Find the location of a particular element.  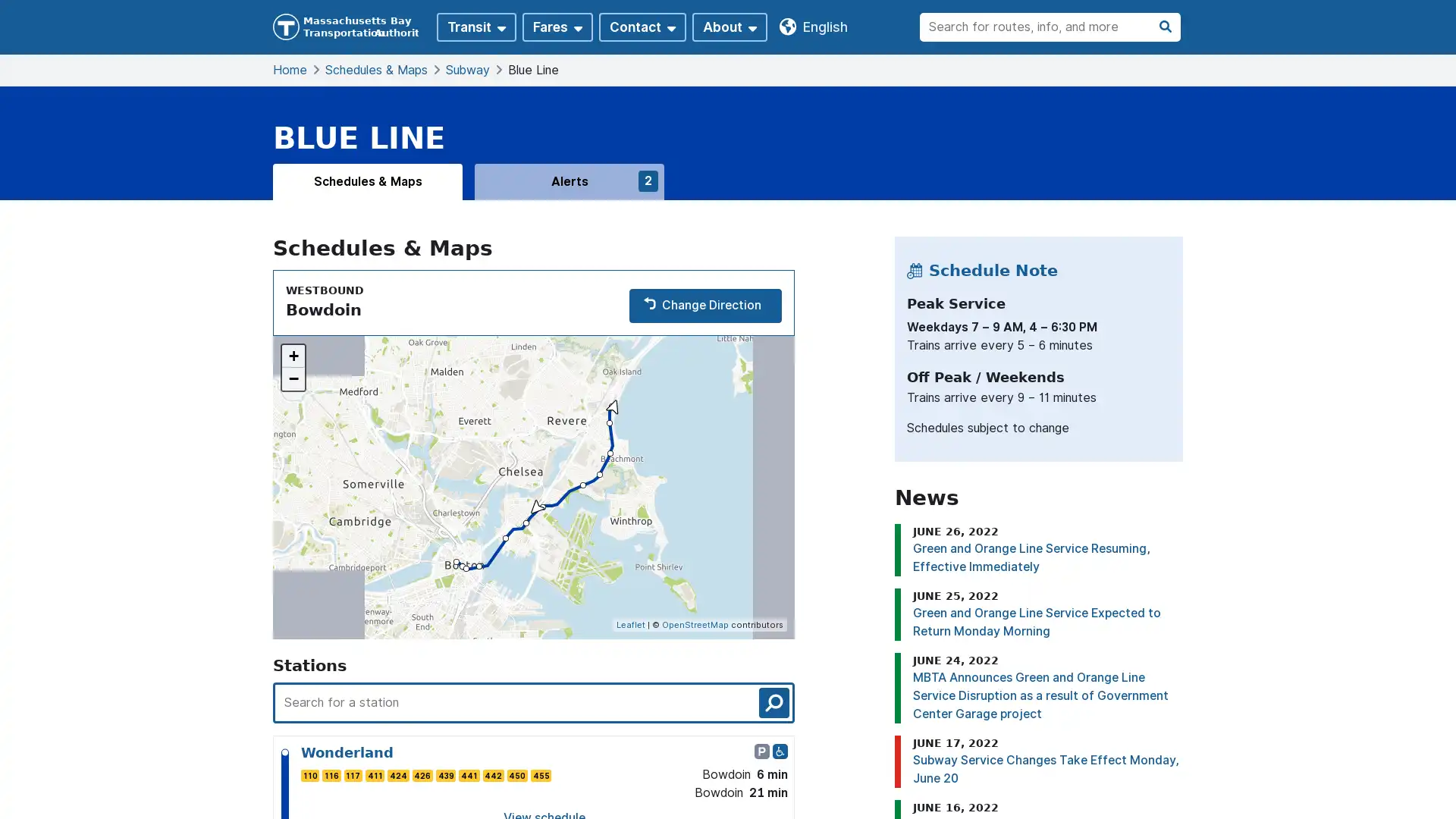

Zoom out is located at coordinates (293, 377).